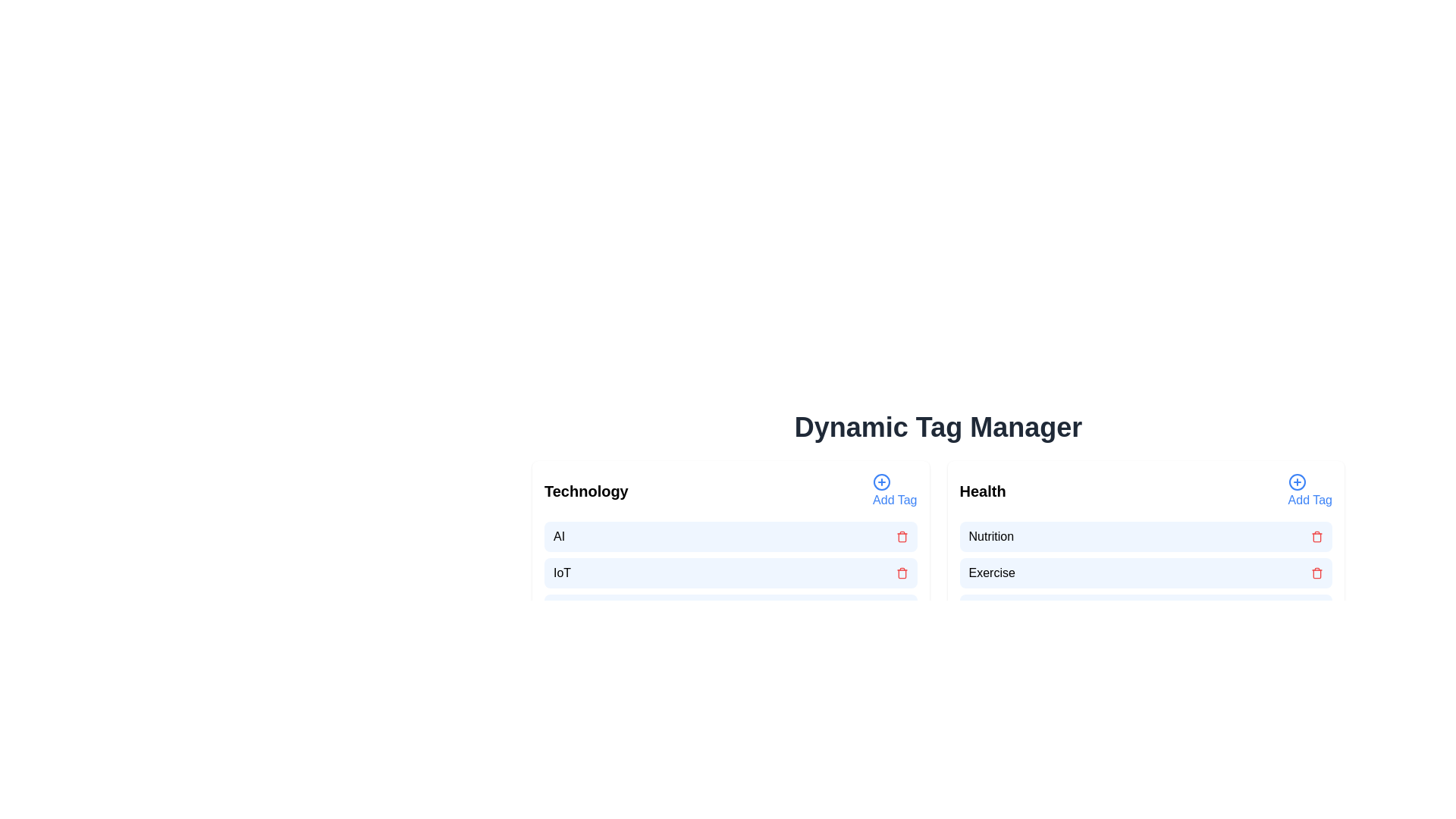 The image size is (1456, 819). I want to click on the red trash can icon button located at the far-right side of the 'Exercise' row in the 'Health' category section, so click(1316, 573).